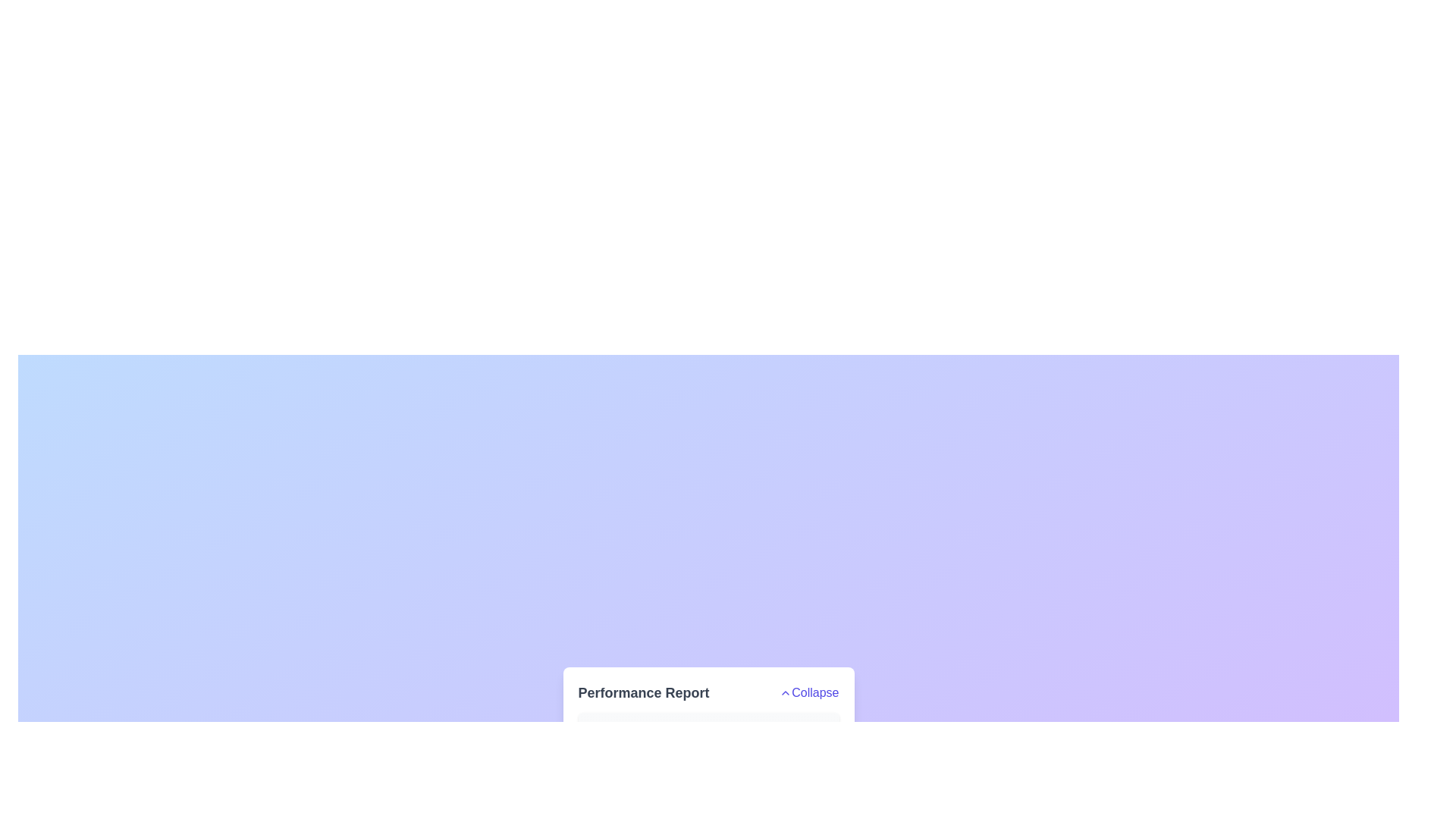 This screenshot has height=819, width=1456. Describe the element at coordinates (644, 693) in the screenshot. I see `text label that displays 'Performance Report', which is styled in a large, bold, dark gray font and is positioned to the left of the 'Collapse' button` at that location.